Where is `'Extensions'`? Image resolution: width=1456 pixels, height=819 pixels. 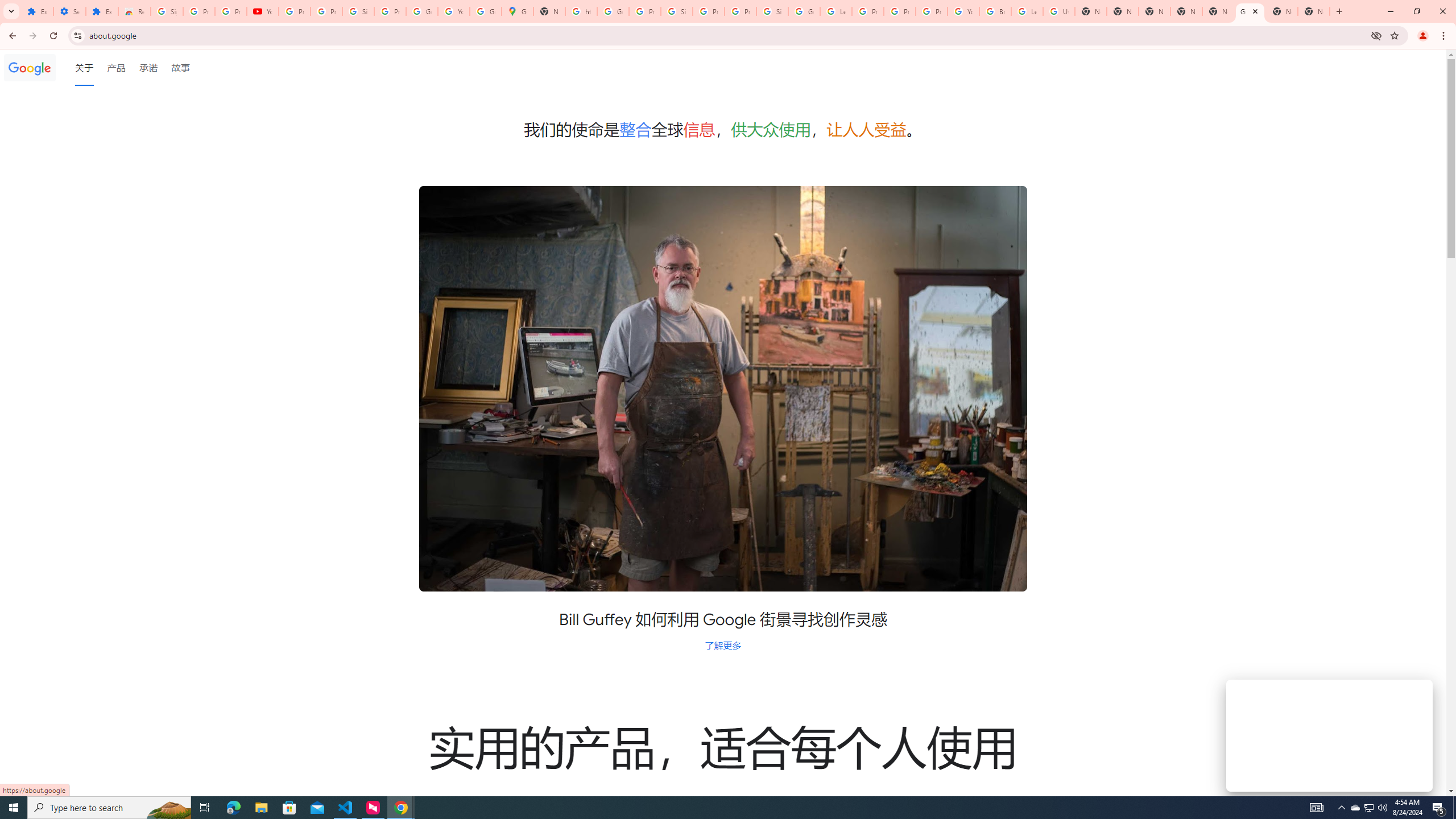 'Extensions' is located at coordinates (102, 11).